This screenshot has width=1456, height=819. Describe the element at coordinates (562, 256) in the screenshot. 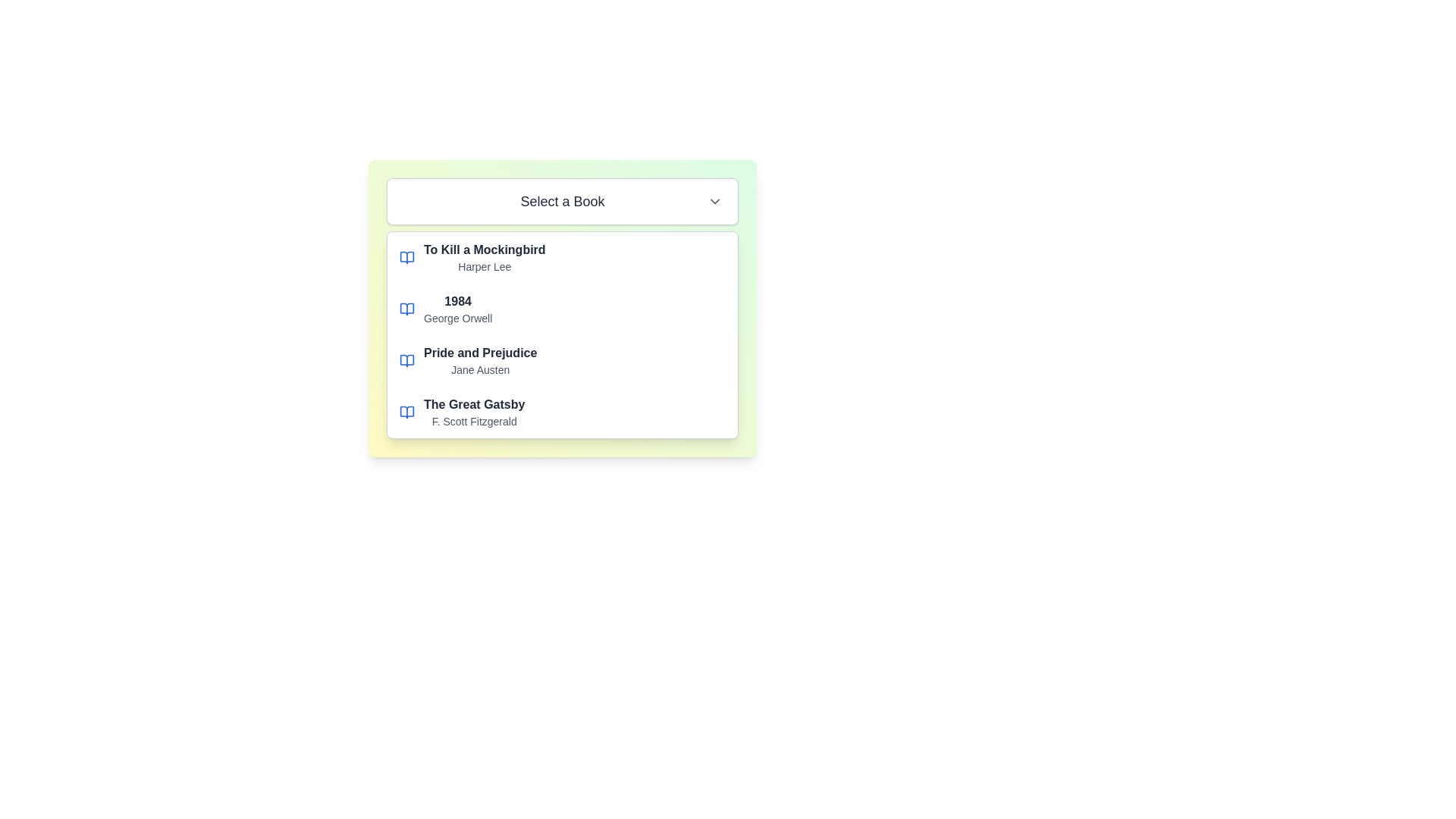

I see `the first selectable book item in the dropdown menu titled 'Select a Book'` at that location.